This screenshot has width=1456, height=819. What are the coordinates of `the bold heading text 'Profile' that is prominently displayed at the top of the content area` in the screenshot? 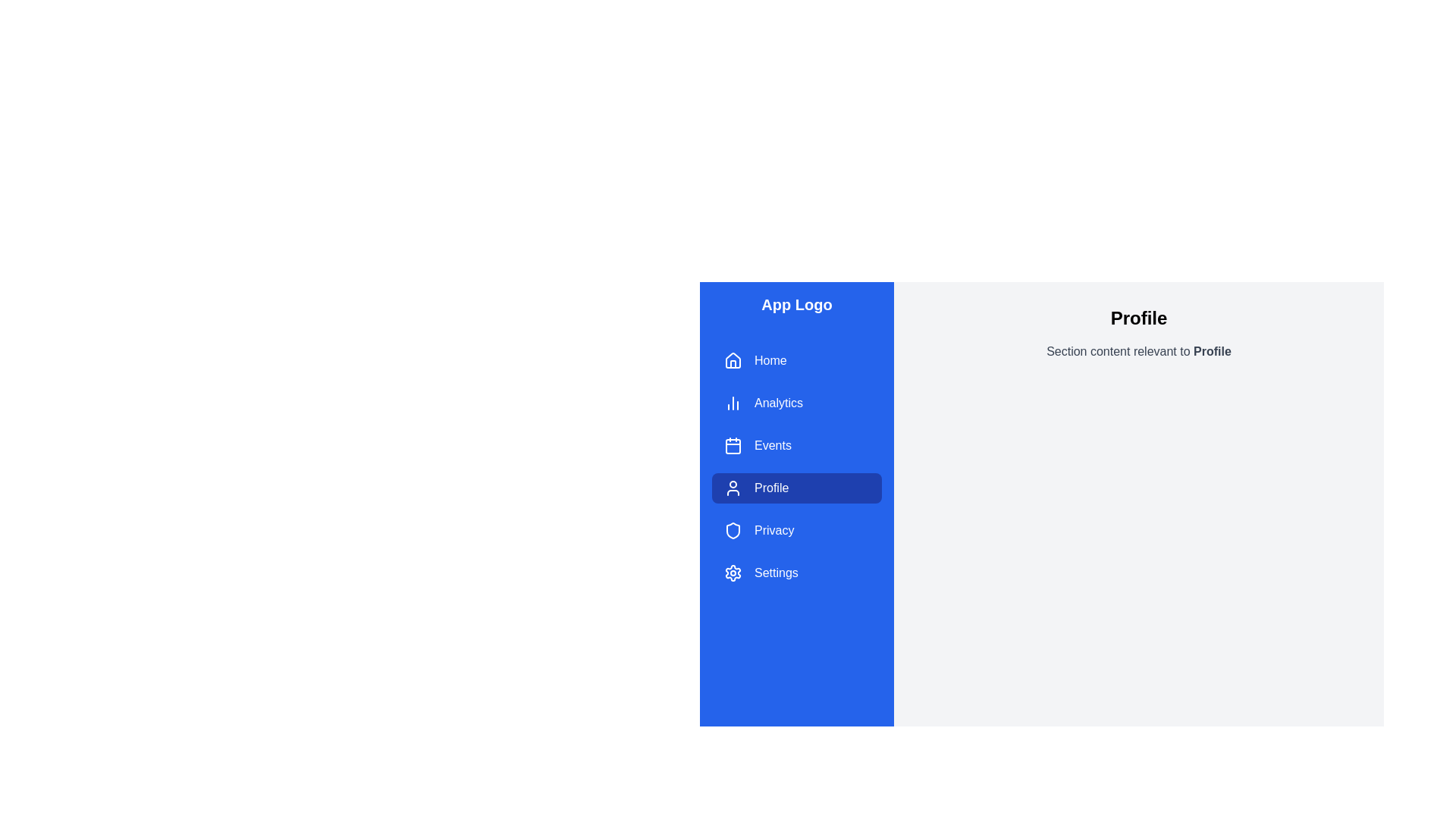 It's located at (1139, 318).